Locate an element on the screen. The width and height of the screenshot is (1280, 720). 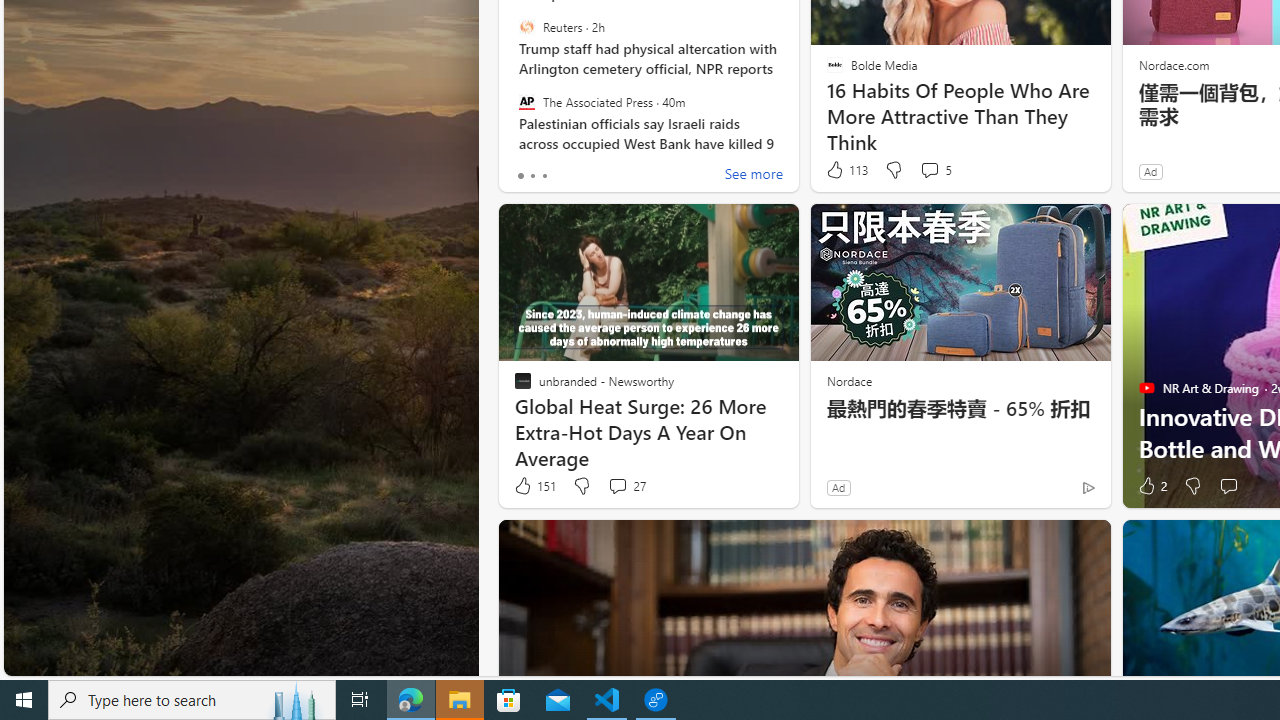
'View comments 5 Comment' is located at coordinates (934, 169).